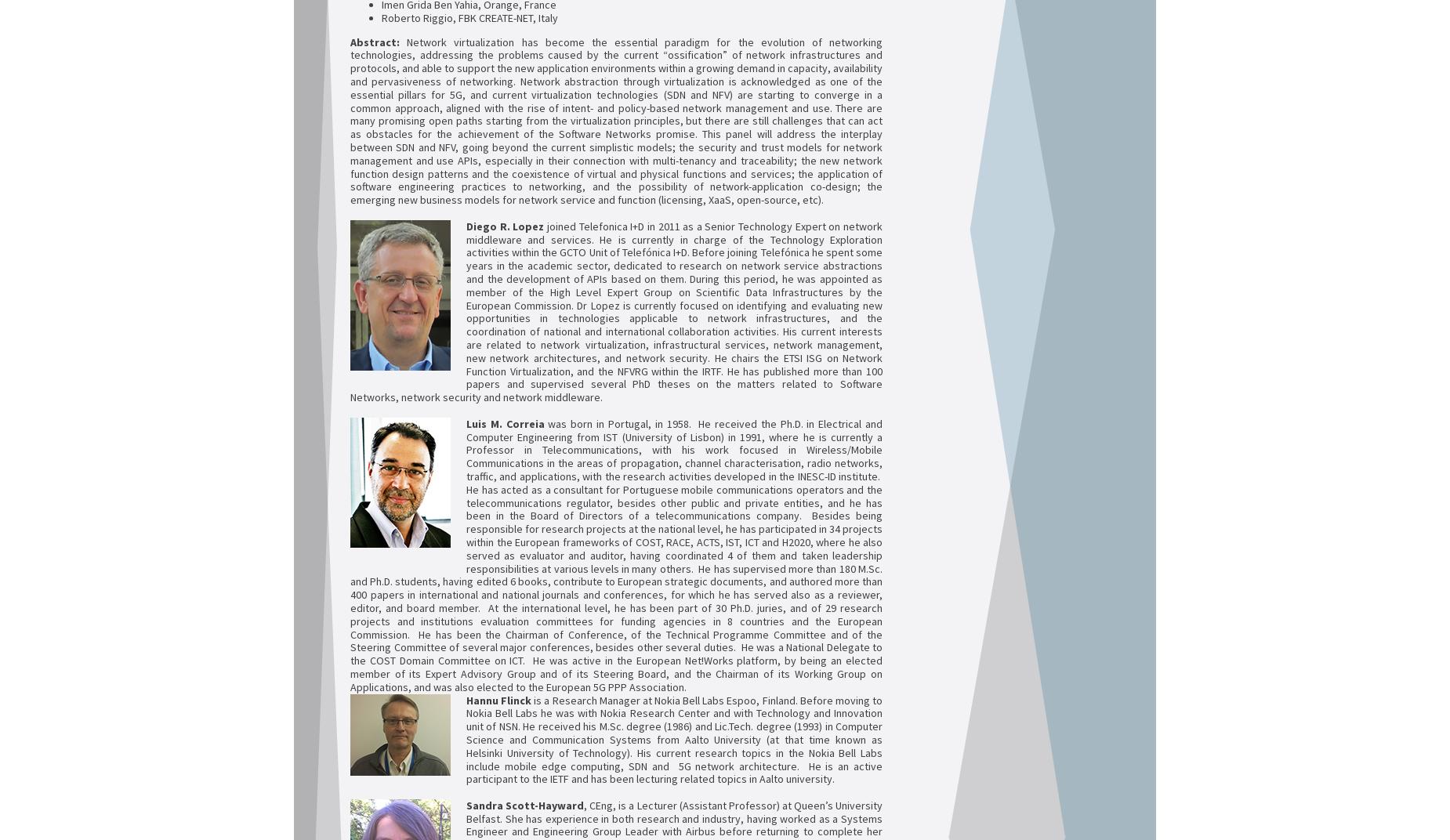  What do you see at coordinates (674, 738) in the screenshot?
I see `'is a Research Manager at Nokia Bell Labs Espoo, Finland. Before moving to Nokia Bell Labs he was with Nokia Research Center and with Technology and Innovation unit of NSN. He received his M.Sc. degree (1986) and Lic.Tech. degree (1993) in Computer Science and Communication Systems from Aalto University (at that time known as Helsinki University of Technology). His current research topics in the Nokia Bell Labs include mobile edge computing, SDN and  5G network architecture.  He is an active participant to the IETF and has been lecturing related topics in Aalto university.'` at bounding box center [674, 738].